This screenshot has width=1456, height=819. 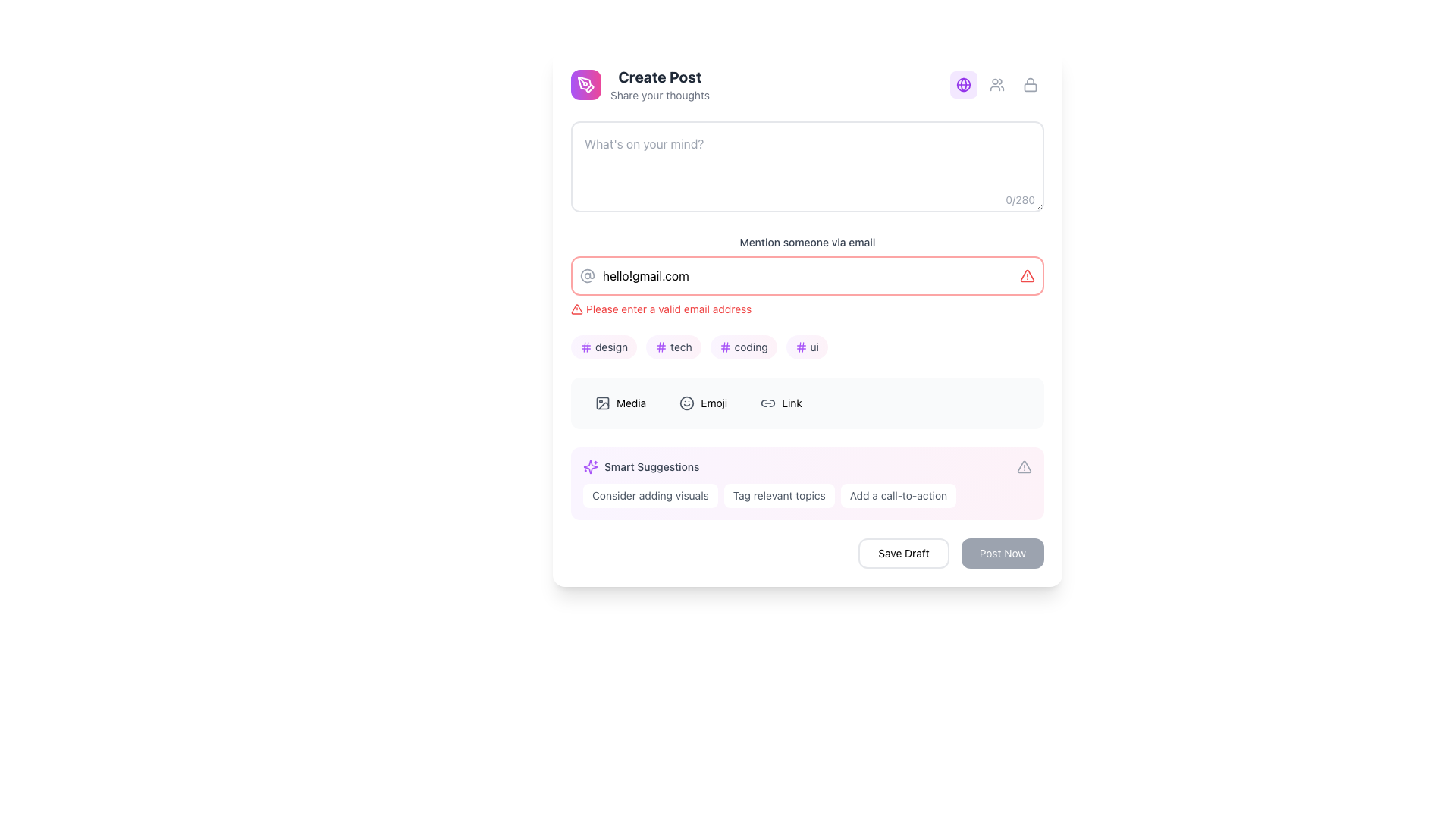 What do you see at coordinates (963, 84) in the screenshot?
I see `the circular SVG graphic icon representing part of a globe, located at the top-right area of the interface` at bounding box center [963, 84].